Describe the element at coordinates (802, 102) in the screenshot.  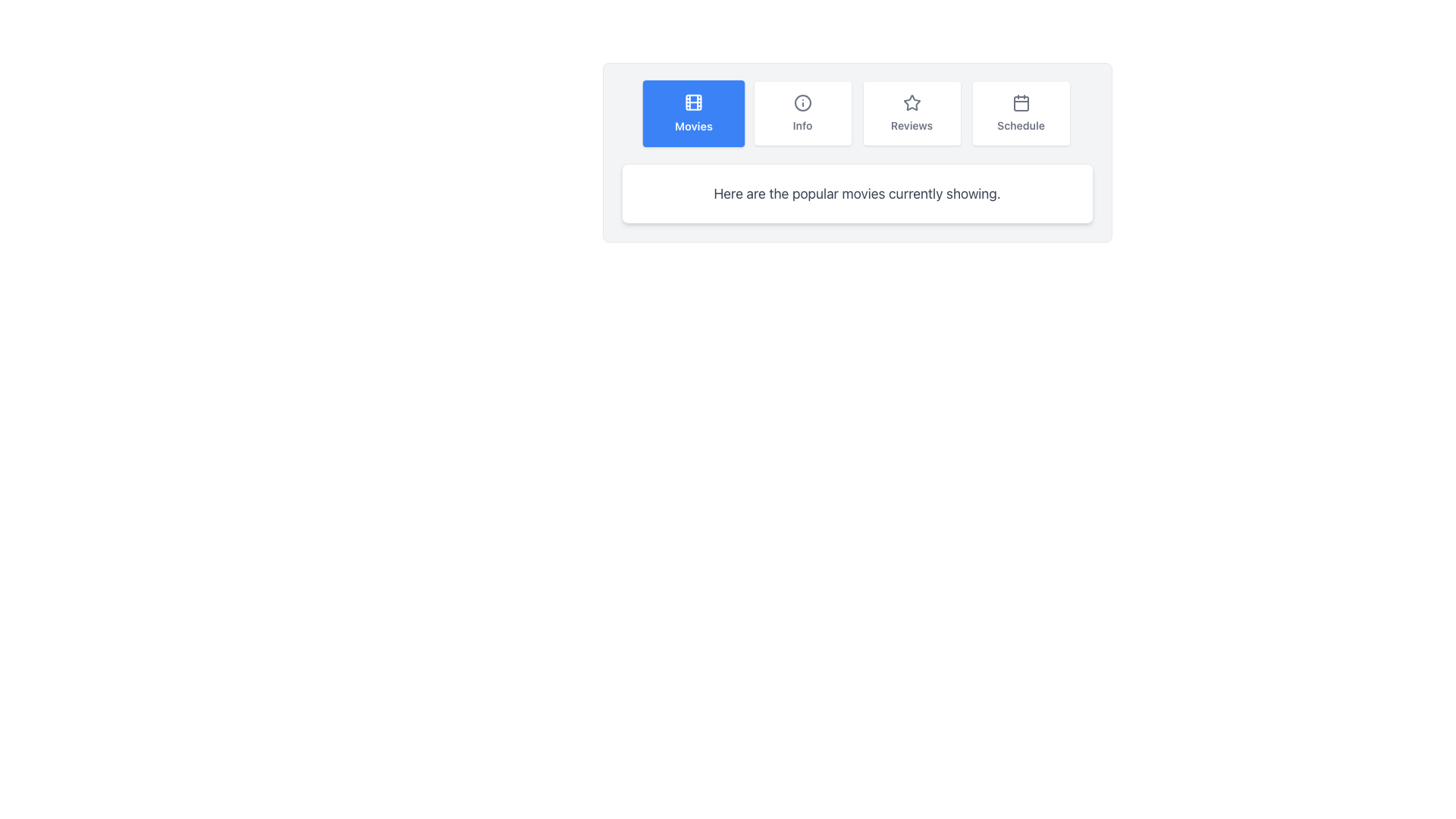
I see `the informational icon located in the 'Info' section, which is the second item from the left in the navigation options, positioned above the text label 'Info.'` at that location.